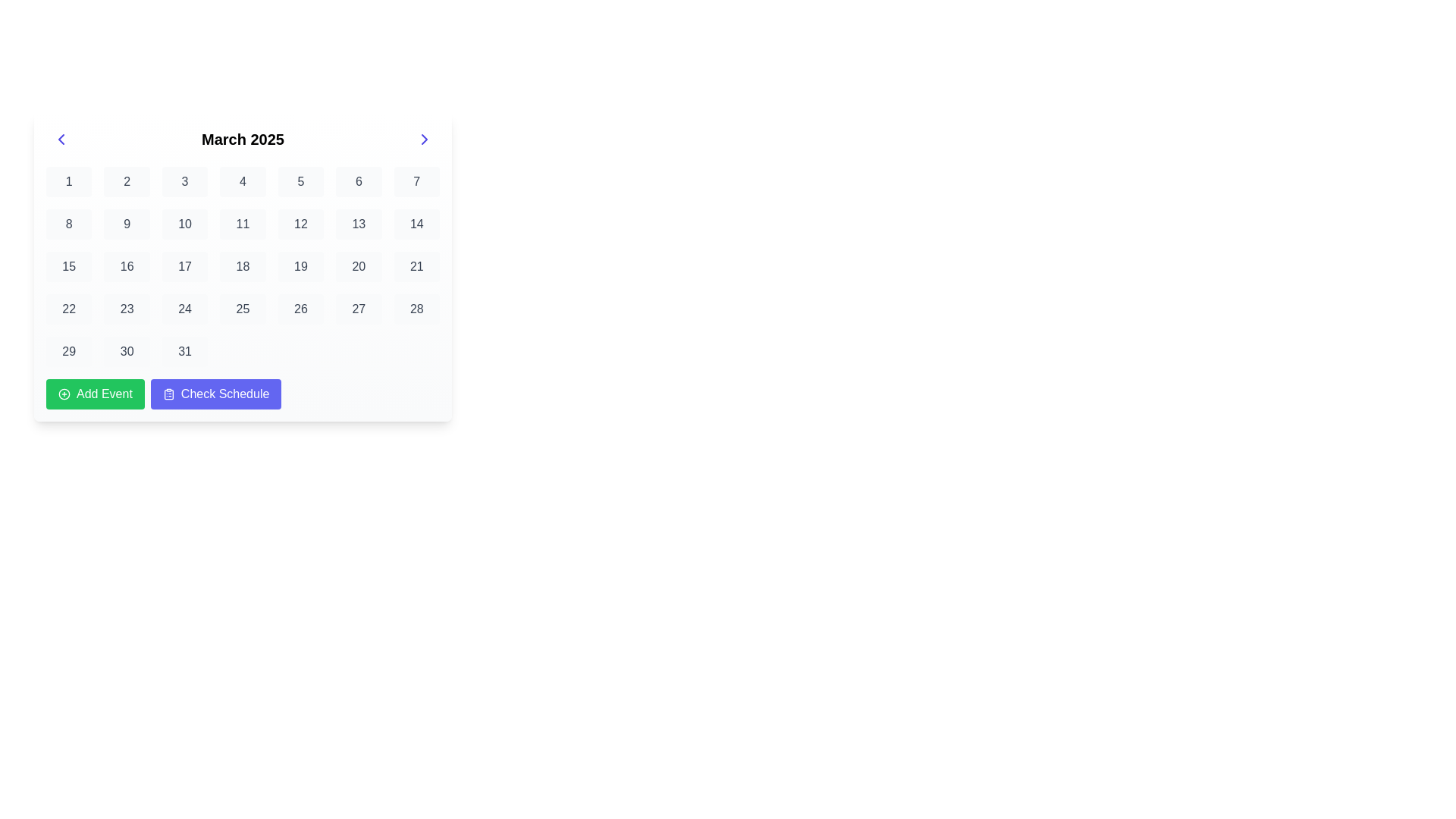 The width and height of the screenshot is (1456, 819). What do you see at coordinates (184, 224) in the screenshot?
I see `the text box styled as a calendar day representation displaying '10'` at bounding box center [184, 224].